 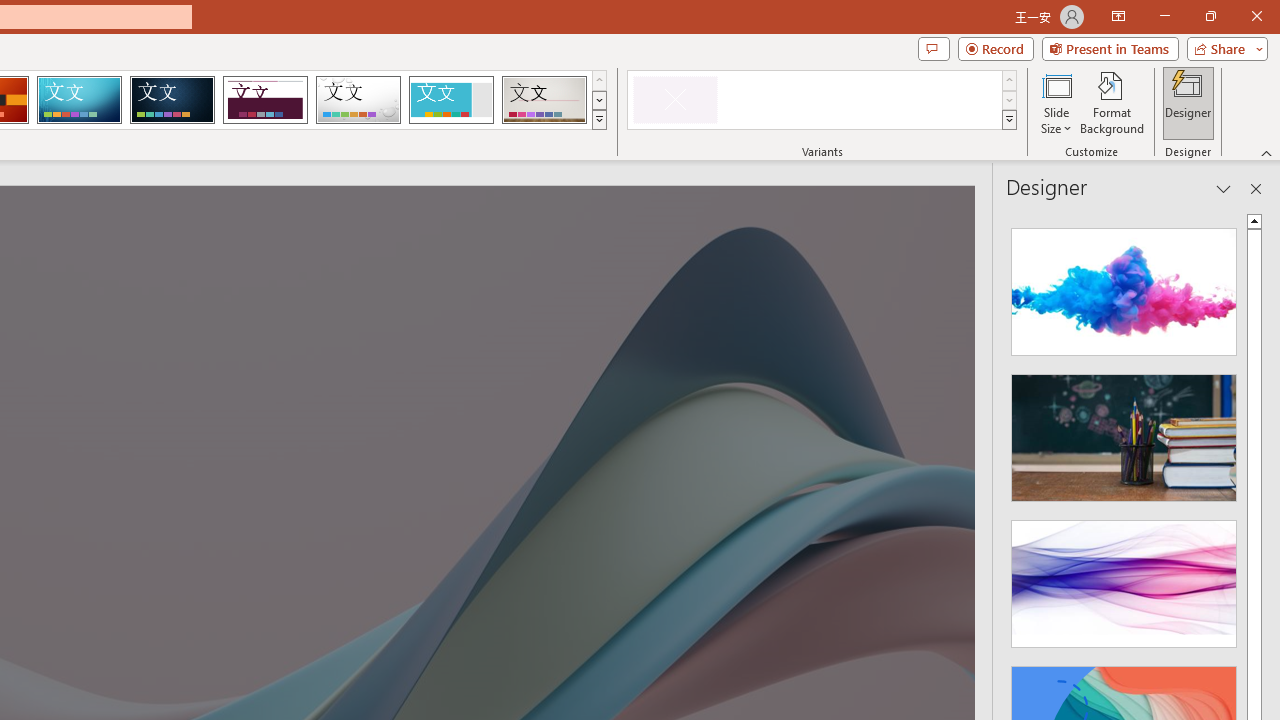 I want to click on 'Frame', so click(x=450, y=100).